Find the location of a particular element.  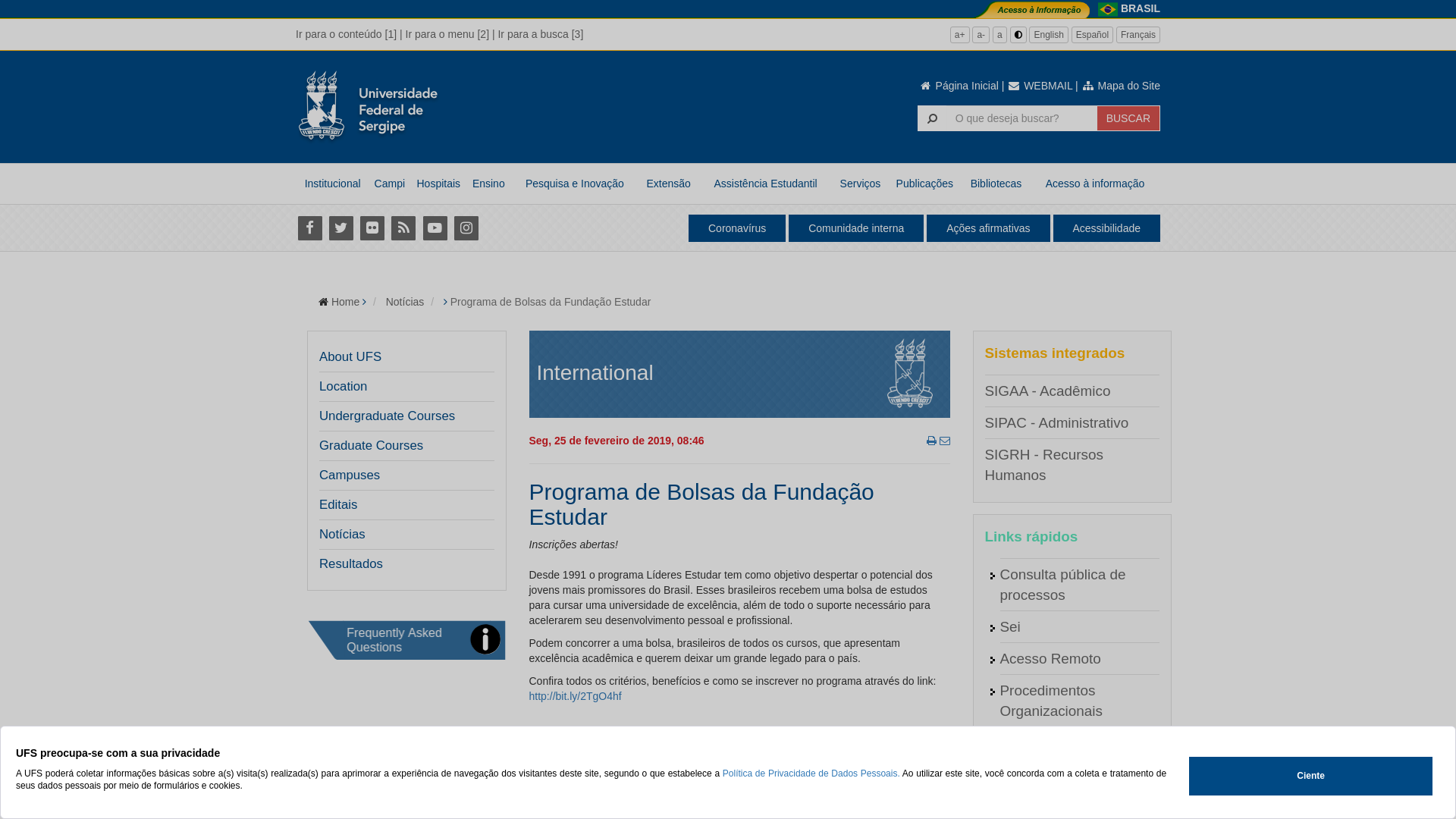

'English' is located at coordinates (1047, 34).